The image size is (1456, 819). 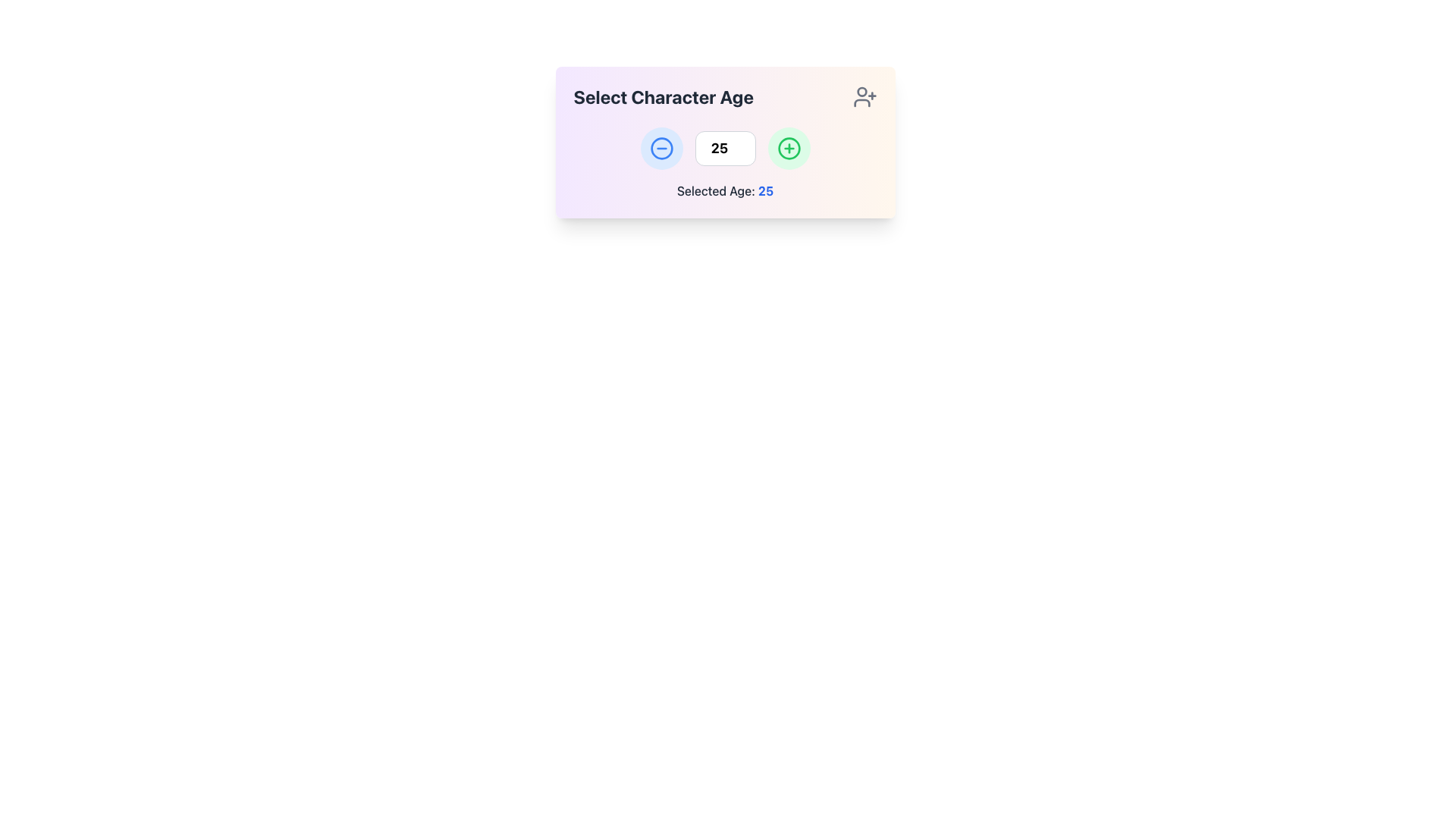 What do you see at coordinates (789, 149) in the screenshot?
I see `the circular button with a green outline and a green plus sign to increment the age in the 'Select Character Age' card layout` at bounding box center [789, 149].